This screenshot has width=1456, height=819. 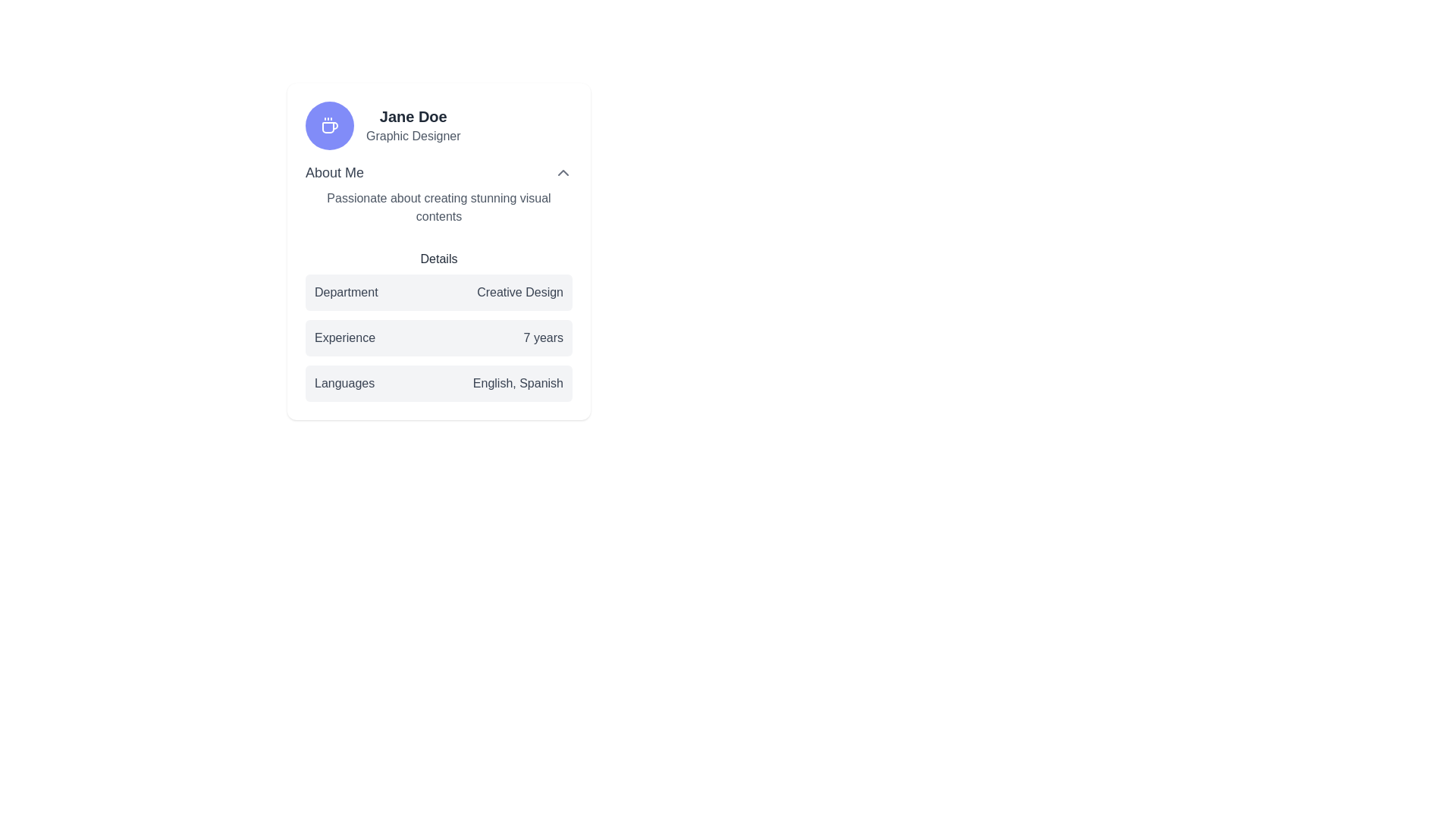 What do you see at coordinates (563, 171) in the screenshot?
I see `the upward-facing chevron button located to the right of the 'About Me' text` at bounding box center [563, 171].